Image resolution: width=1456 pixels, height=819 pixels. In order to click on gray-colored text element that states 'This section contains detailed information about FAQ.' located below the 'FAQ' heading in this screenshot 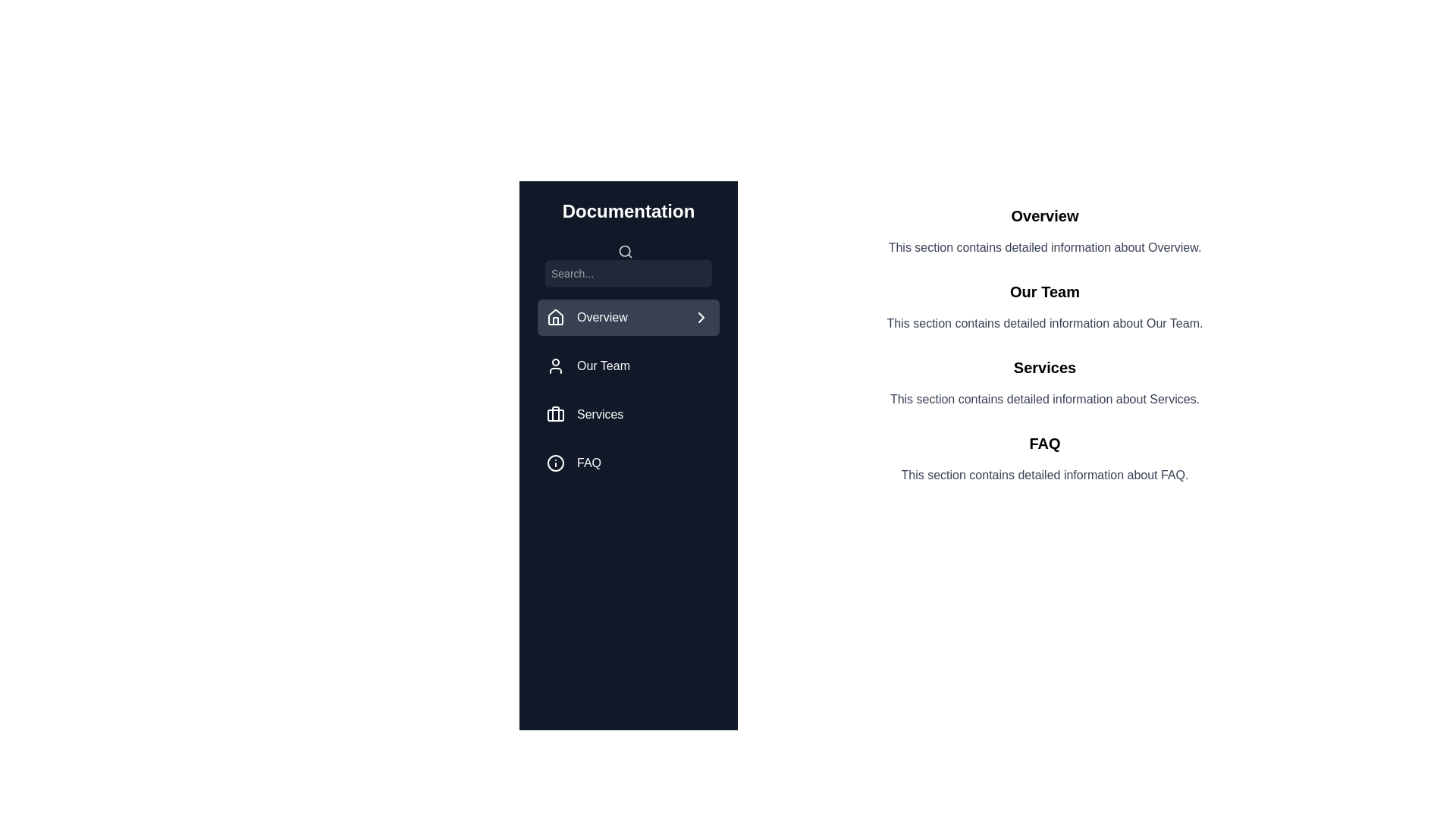, I will do `click(1043, 475)`.